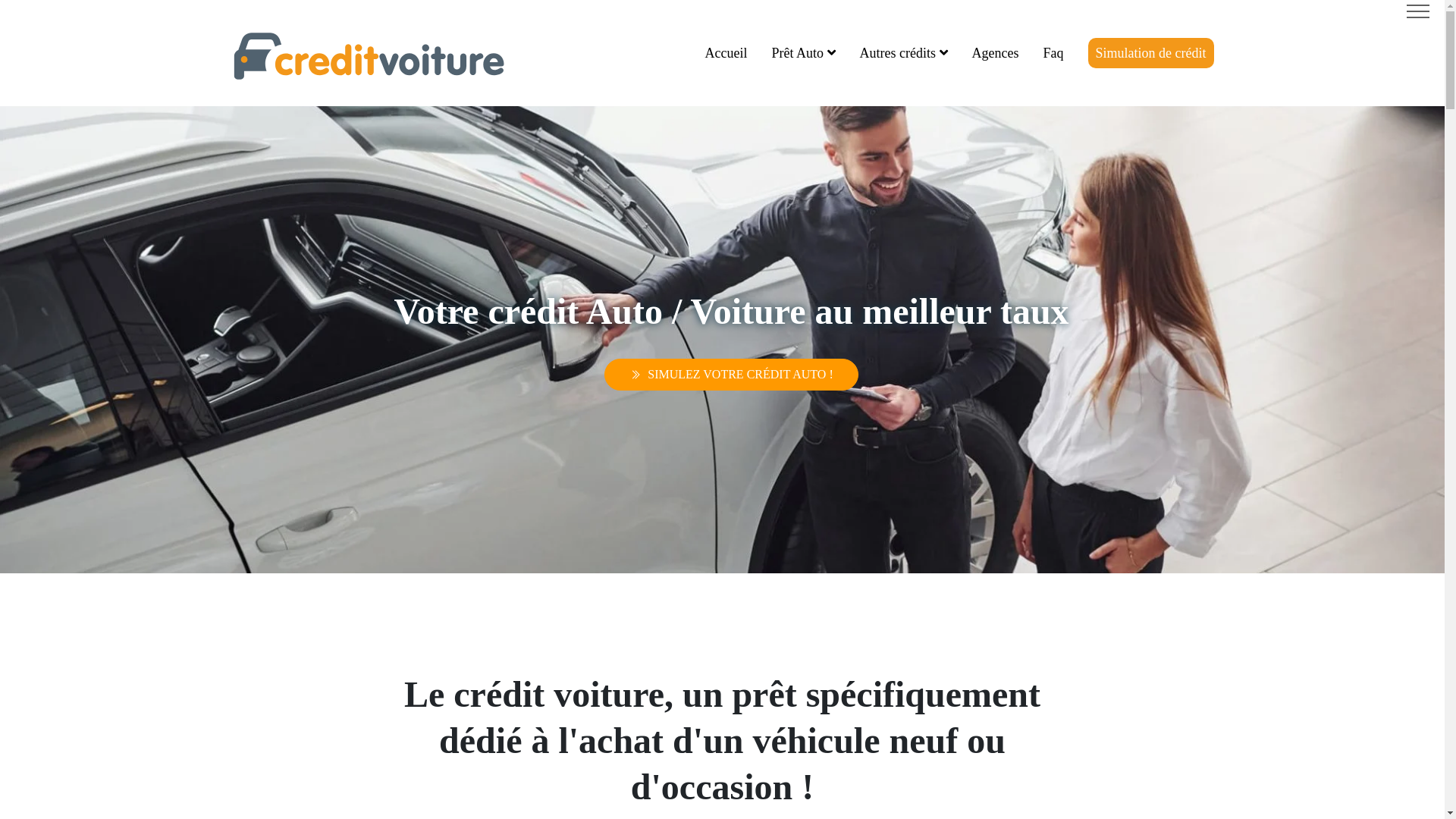 This screenshot has width=1456, height=819. Describe the element at coordinates (1053, 52) in the screenshot. I see `'Faq'` at that location.